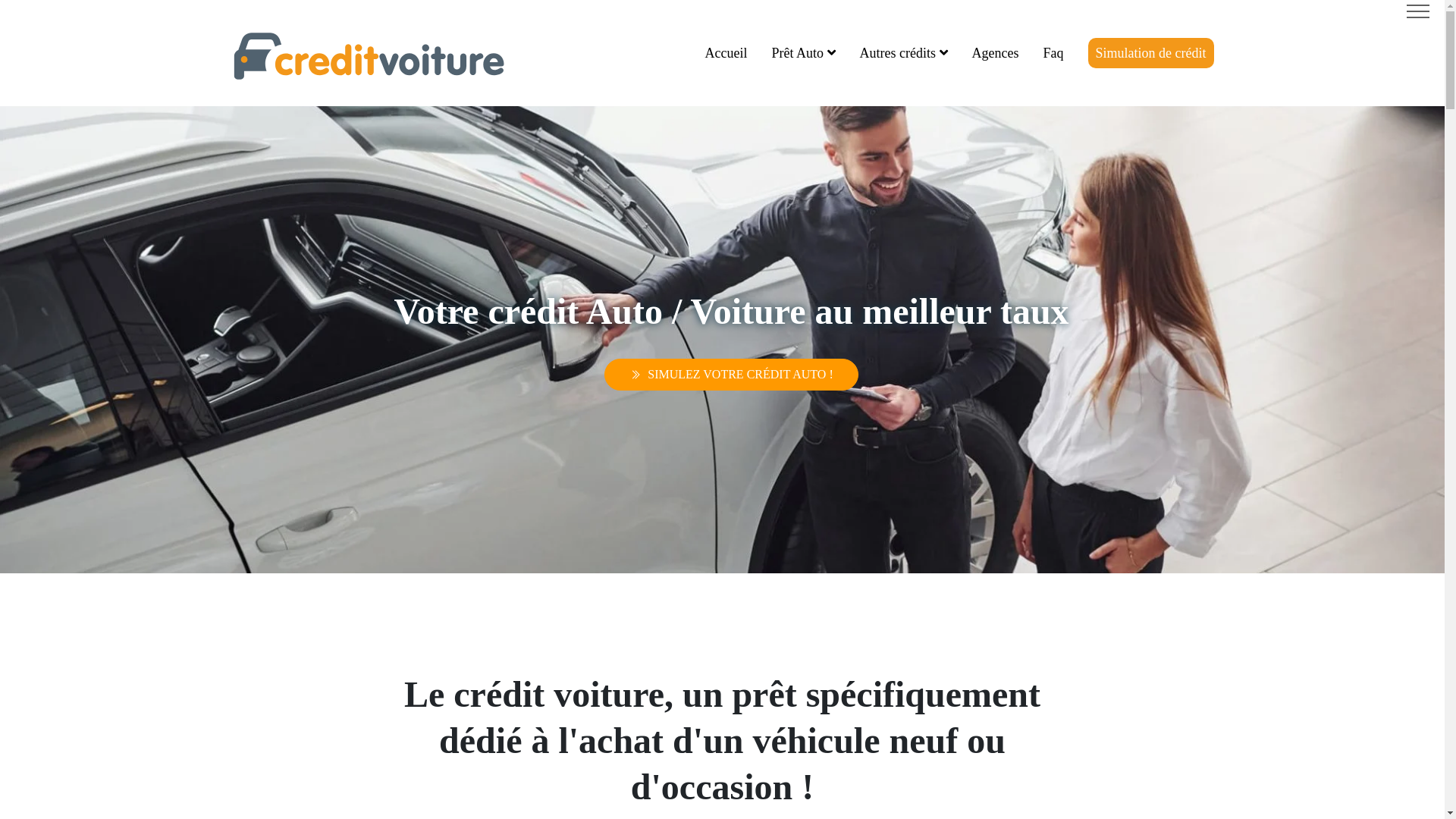 This screenshot has width=1456, height=819. Describe the element at coordinates (1053, 52) in the screenshot. I see `'Faq'` at that location.